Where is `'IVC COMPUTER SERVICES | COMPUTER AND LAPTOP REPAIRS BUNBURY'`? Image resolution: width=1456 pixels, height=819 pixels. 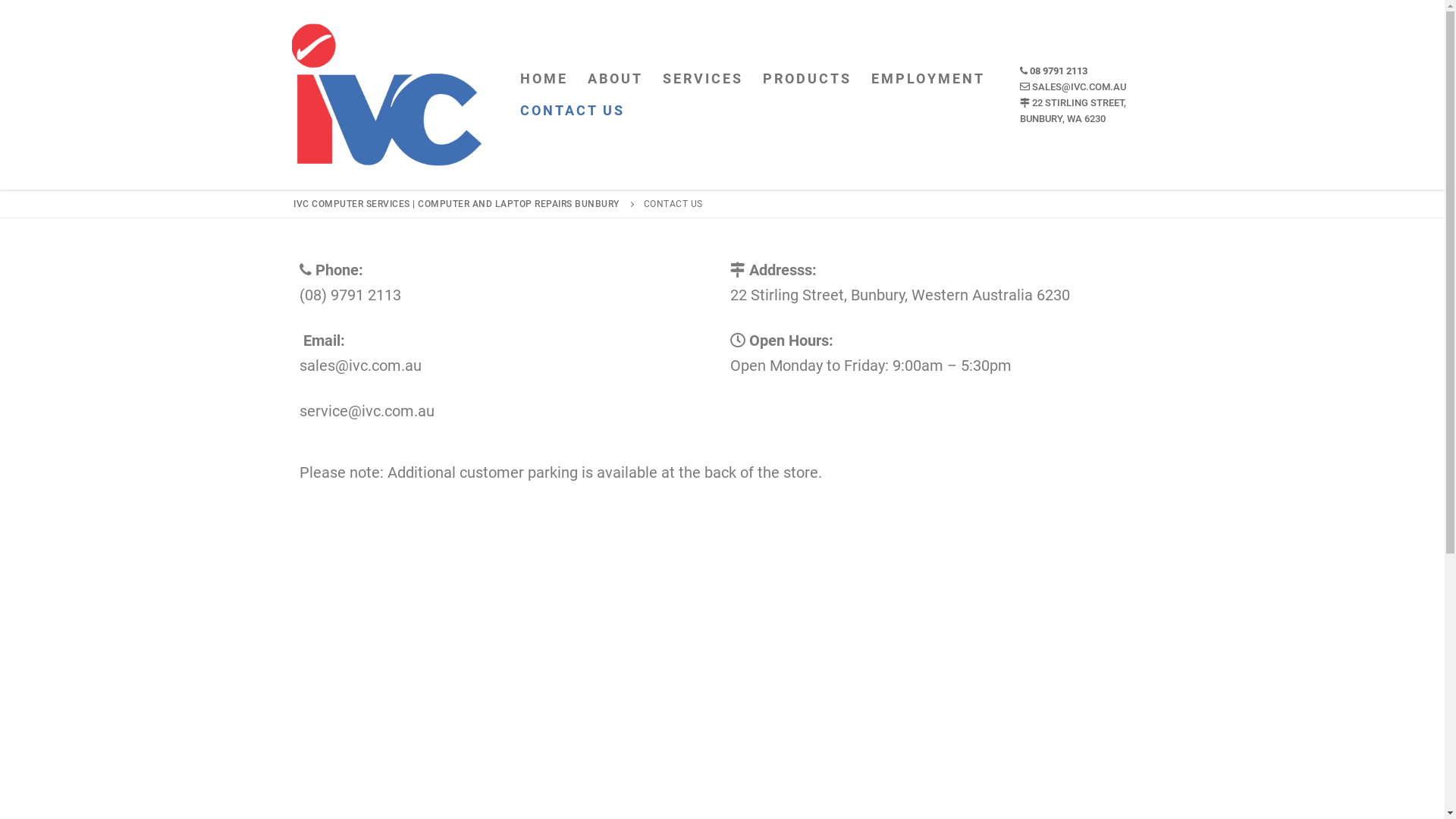 'IVC COMPUTER SERVICES | COMPUTER AND LAPTOP REPAIRS BUNBURY' is located at coordinates (457, 203).